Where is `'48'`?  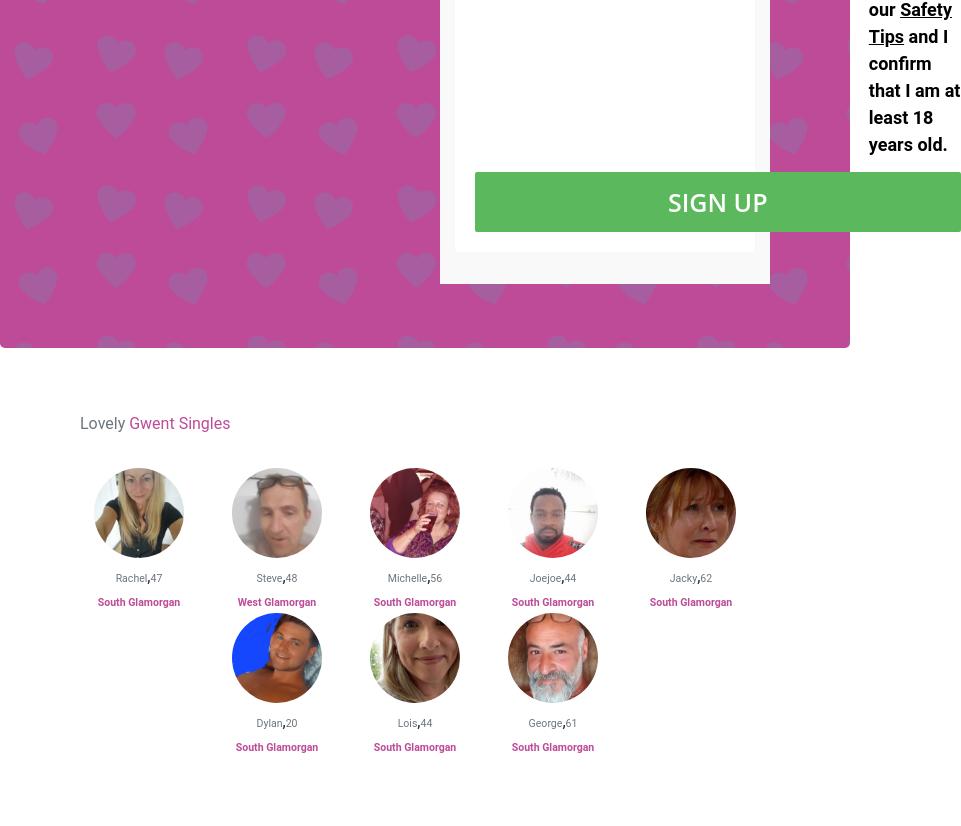 '48' is located at coordinates (290, 577).